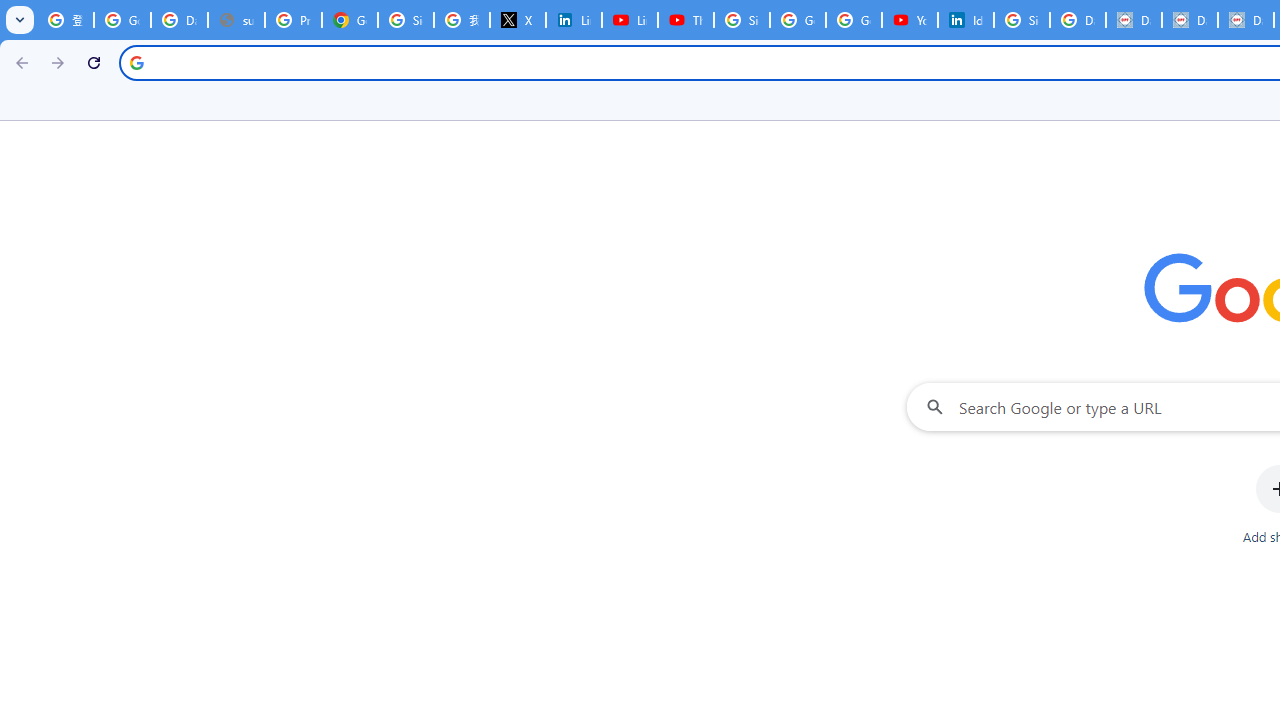  Describe the element at coordinates (628, 20) in the screenshot. I see `'LinkedIn - YouTube'` at that location.